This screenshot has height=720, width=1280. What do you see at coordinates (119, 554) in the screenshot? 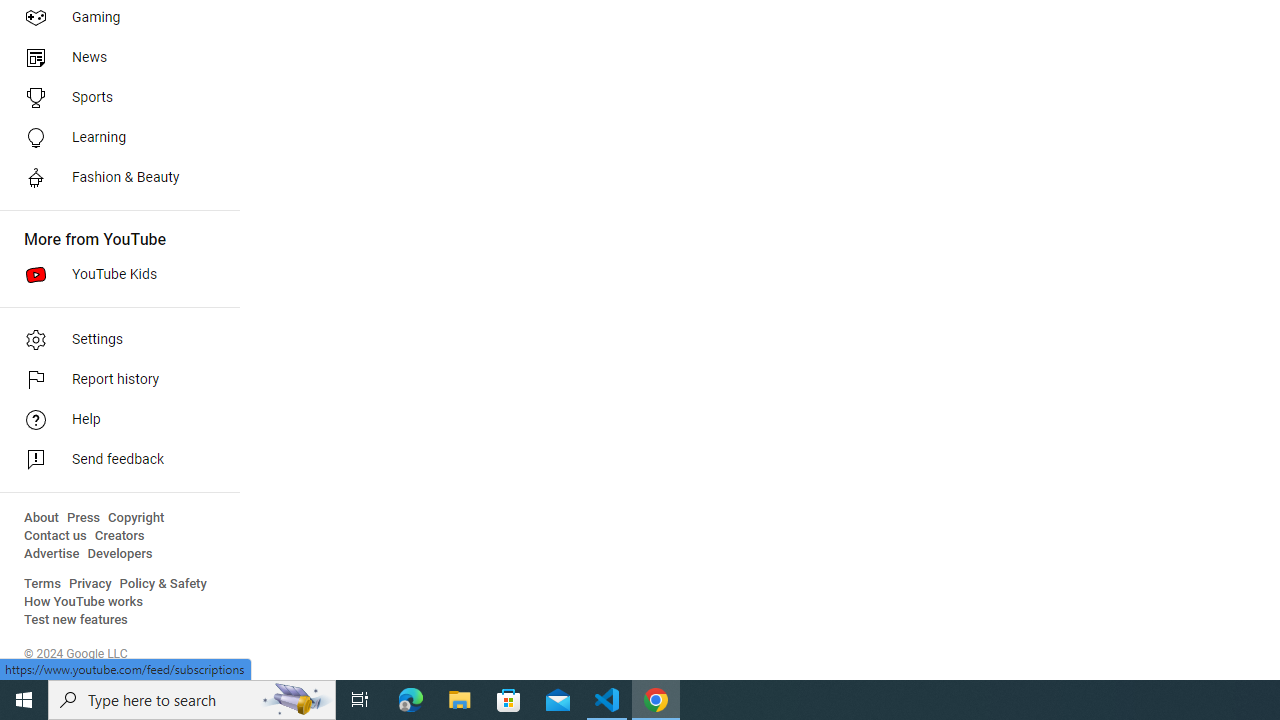
I see `'Developers'` at bounding box center [119, 554].